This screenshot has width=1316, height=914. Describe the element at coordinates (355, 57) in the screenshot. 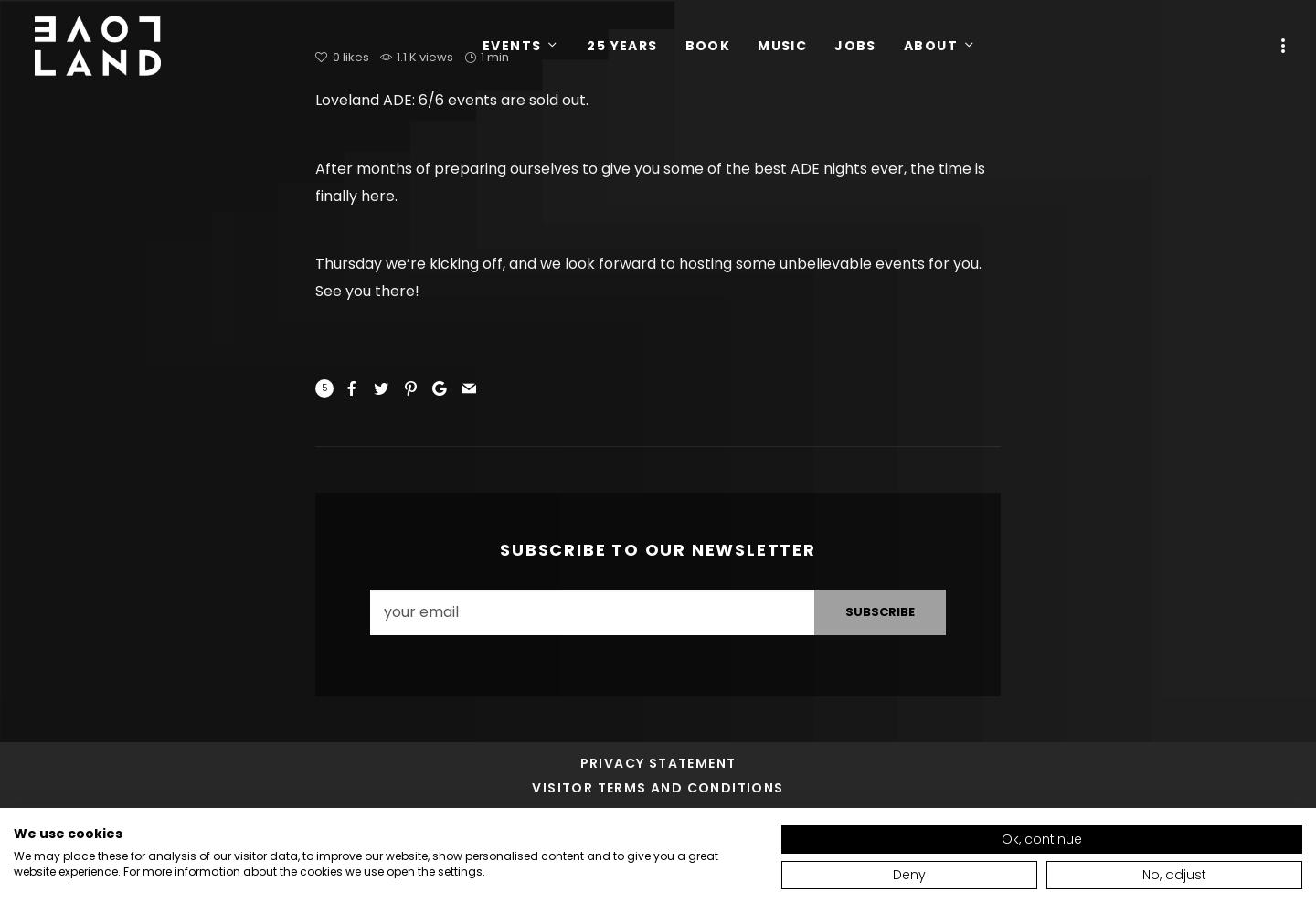

I see `'likes'` at that location.